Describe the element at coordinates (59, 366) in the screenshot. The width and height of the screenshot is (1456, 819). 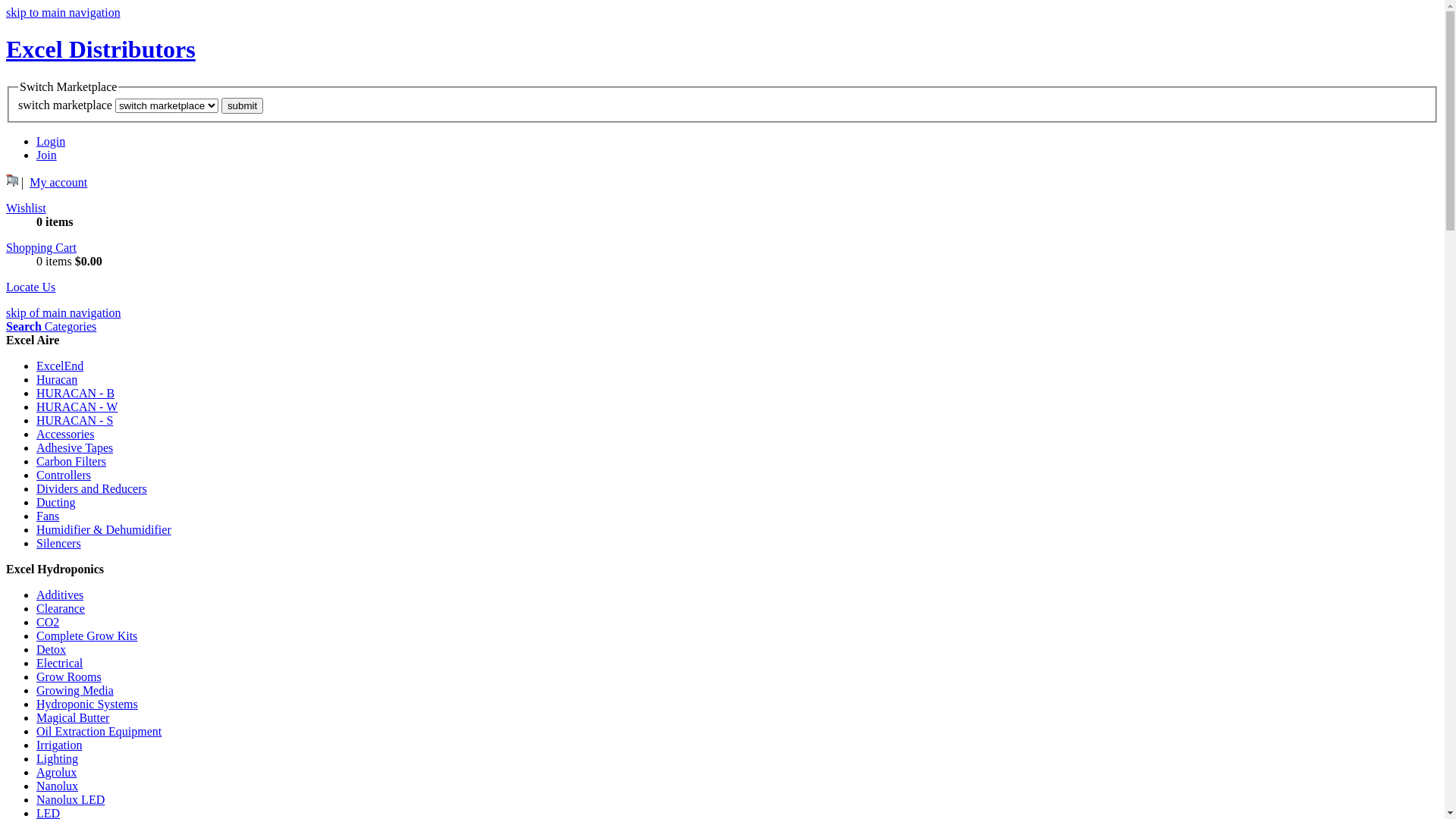
I see `'ExcelEnd'` at that location.